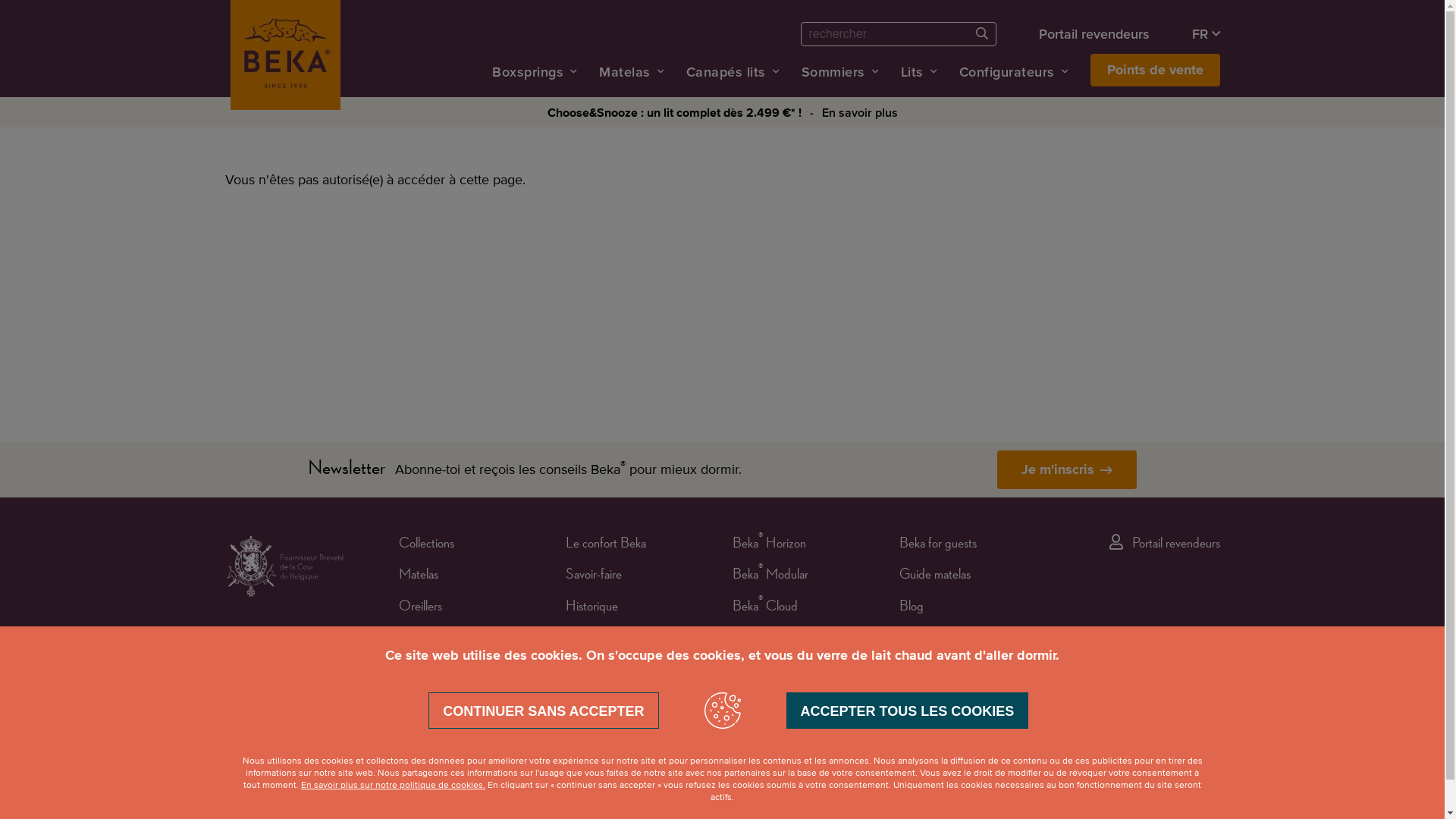 This screenshot has width=1456, height=819. Describe the element at coordinates (934, 576) in the screenshot. I see `'Guide matelas'` at that location.